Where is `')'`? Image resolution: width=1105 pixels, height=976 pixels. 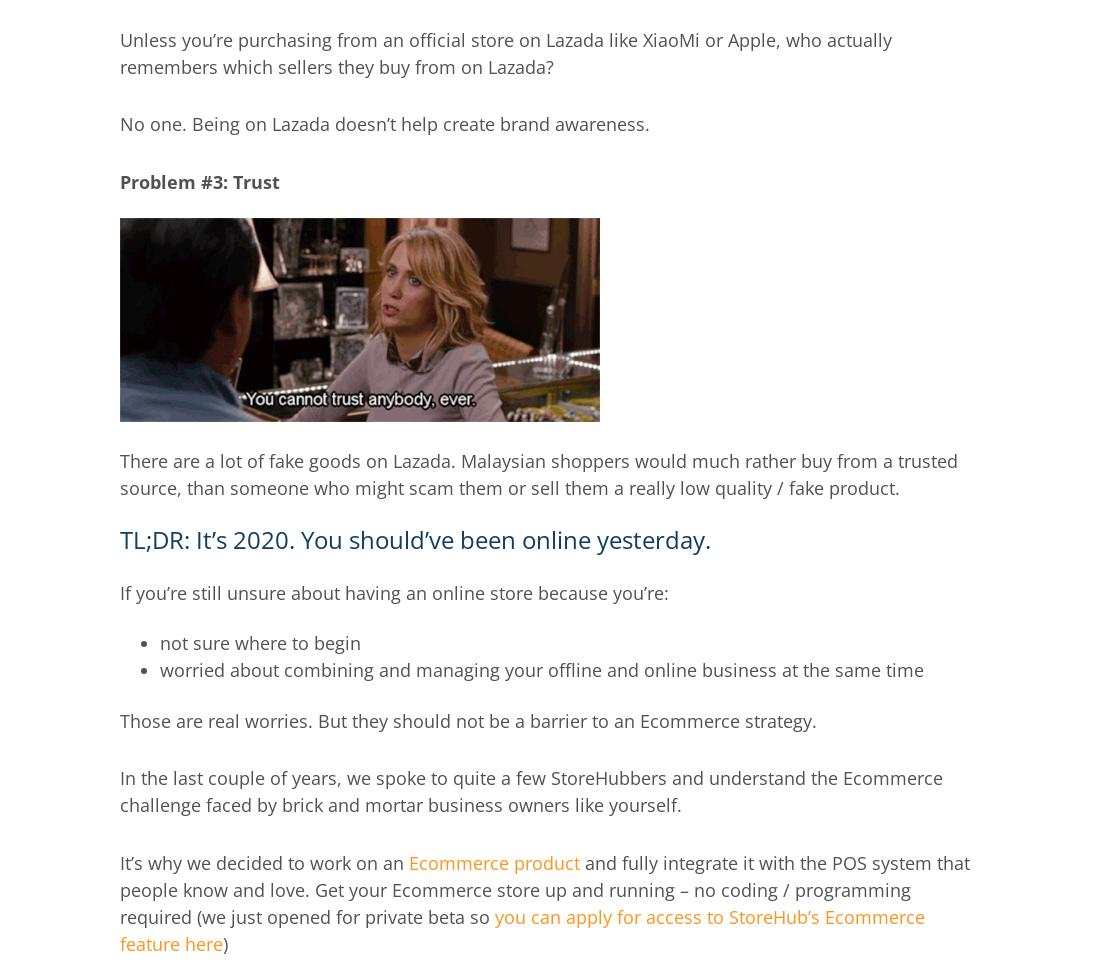 ')' is located at coordinates (225, 942).